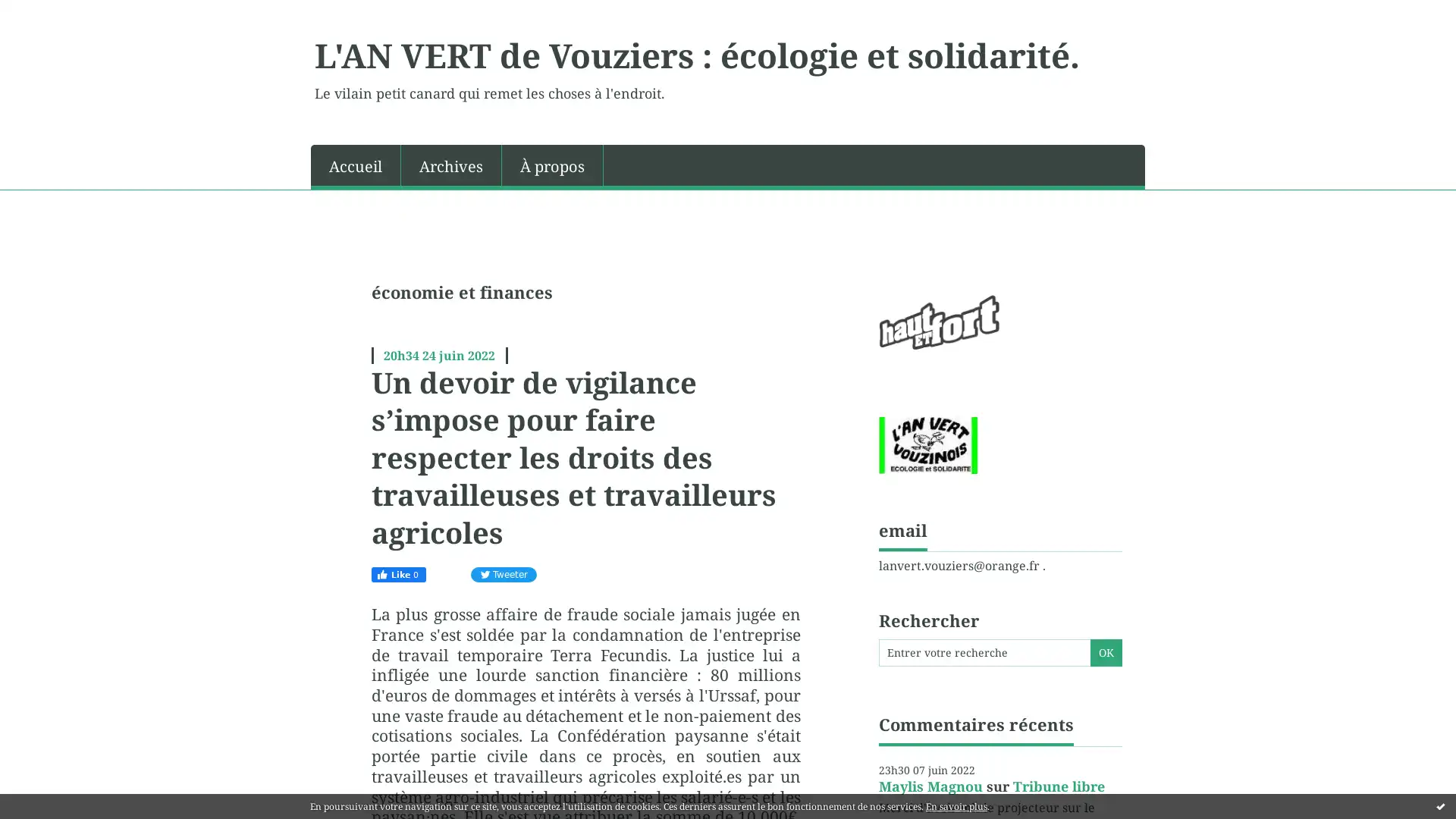 The height and width of the screenshot is (819, 1456). What do you see at coordinates (1106, 651) in the screenshot?
I see `OK` at bounding box center [1106, 651].